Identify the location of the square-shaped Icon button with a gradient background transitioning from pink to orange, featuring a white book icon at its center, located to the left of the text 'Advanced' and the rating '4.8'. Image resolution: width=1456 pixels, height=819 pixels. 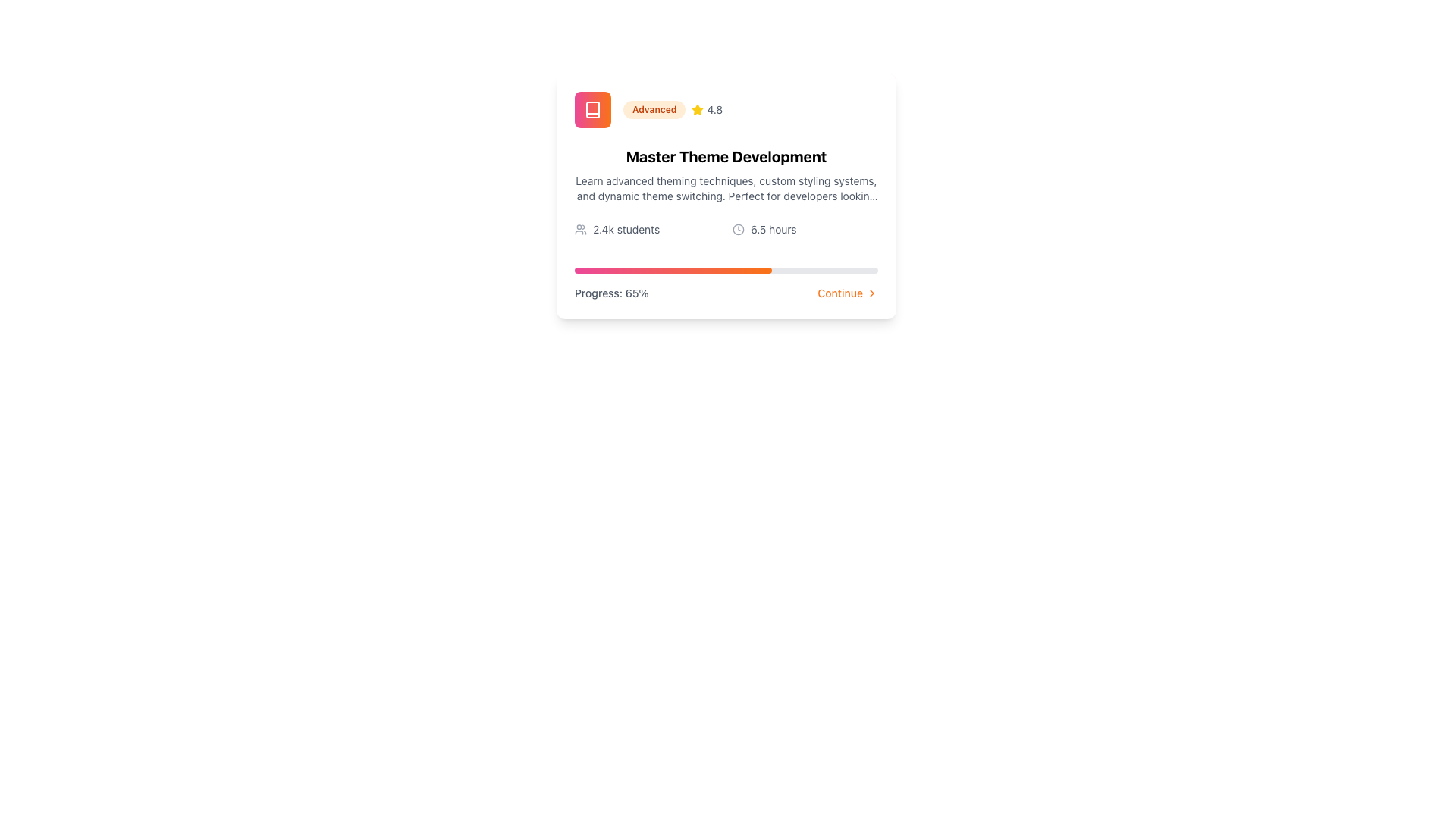
(592, 109).